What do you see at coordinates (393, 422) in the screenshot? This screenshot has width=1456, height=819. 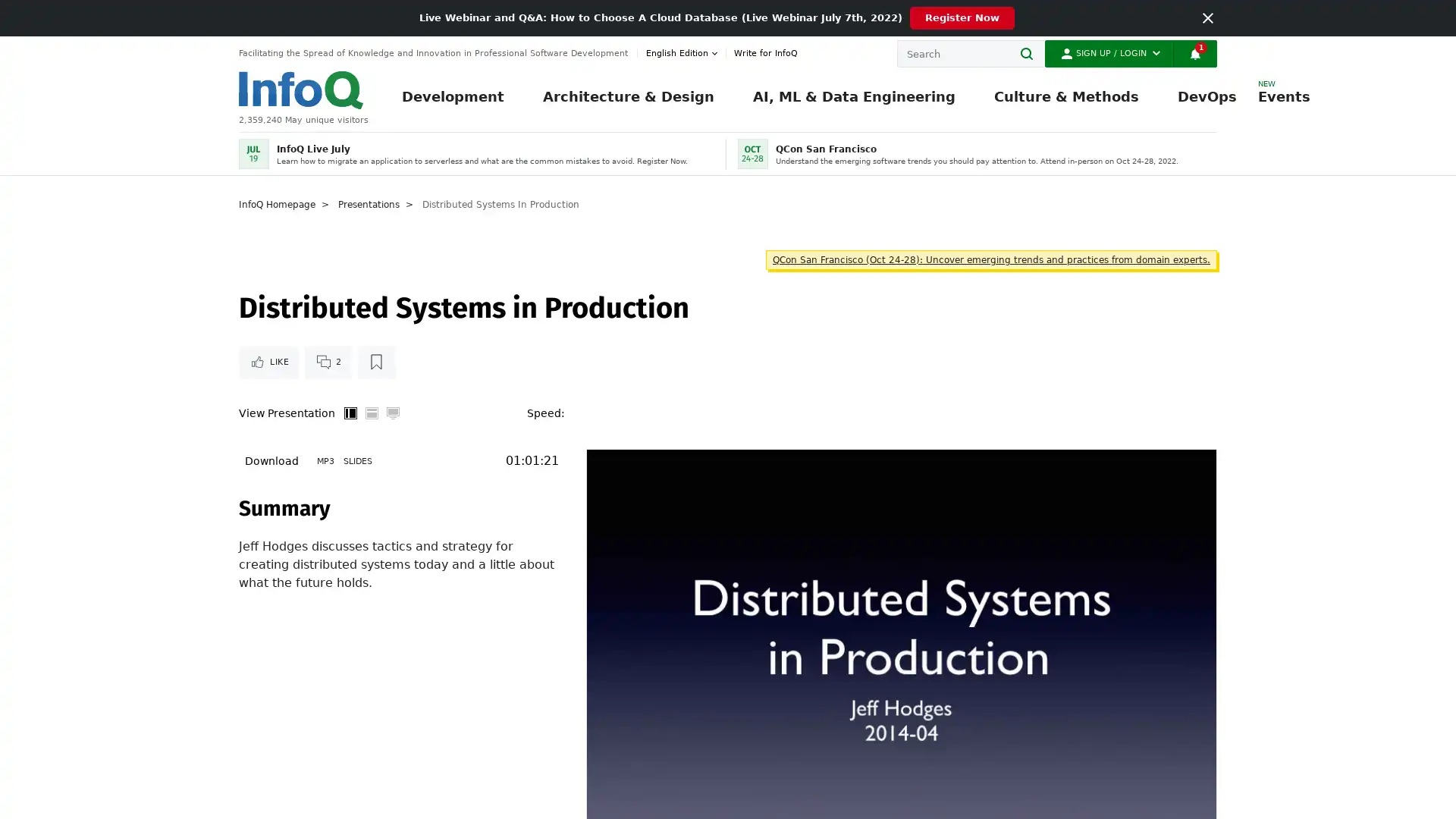 I see `Full` at bounding box center [393, 422].